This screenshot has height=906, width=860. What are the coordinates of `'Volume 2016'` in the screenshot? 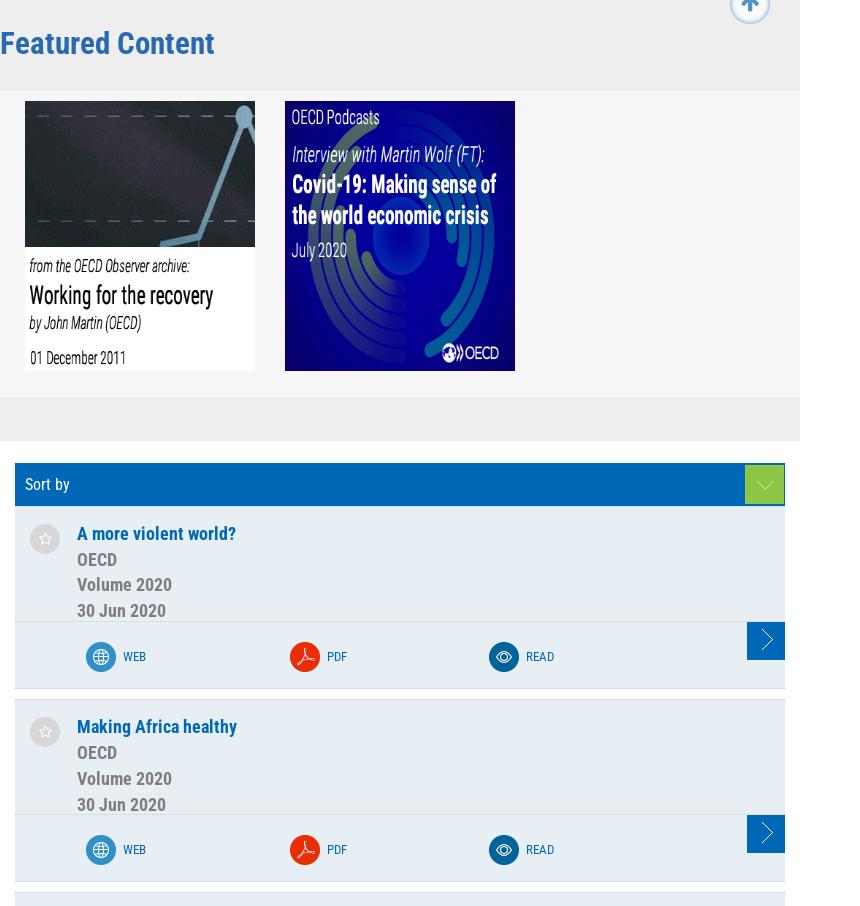 It's located at (219, 9).